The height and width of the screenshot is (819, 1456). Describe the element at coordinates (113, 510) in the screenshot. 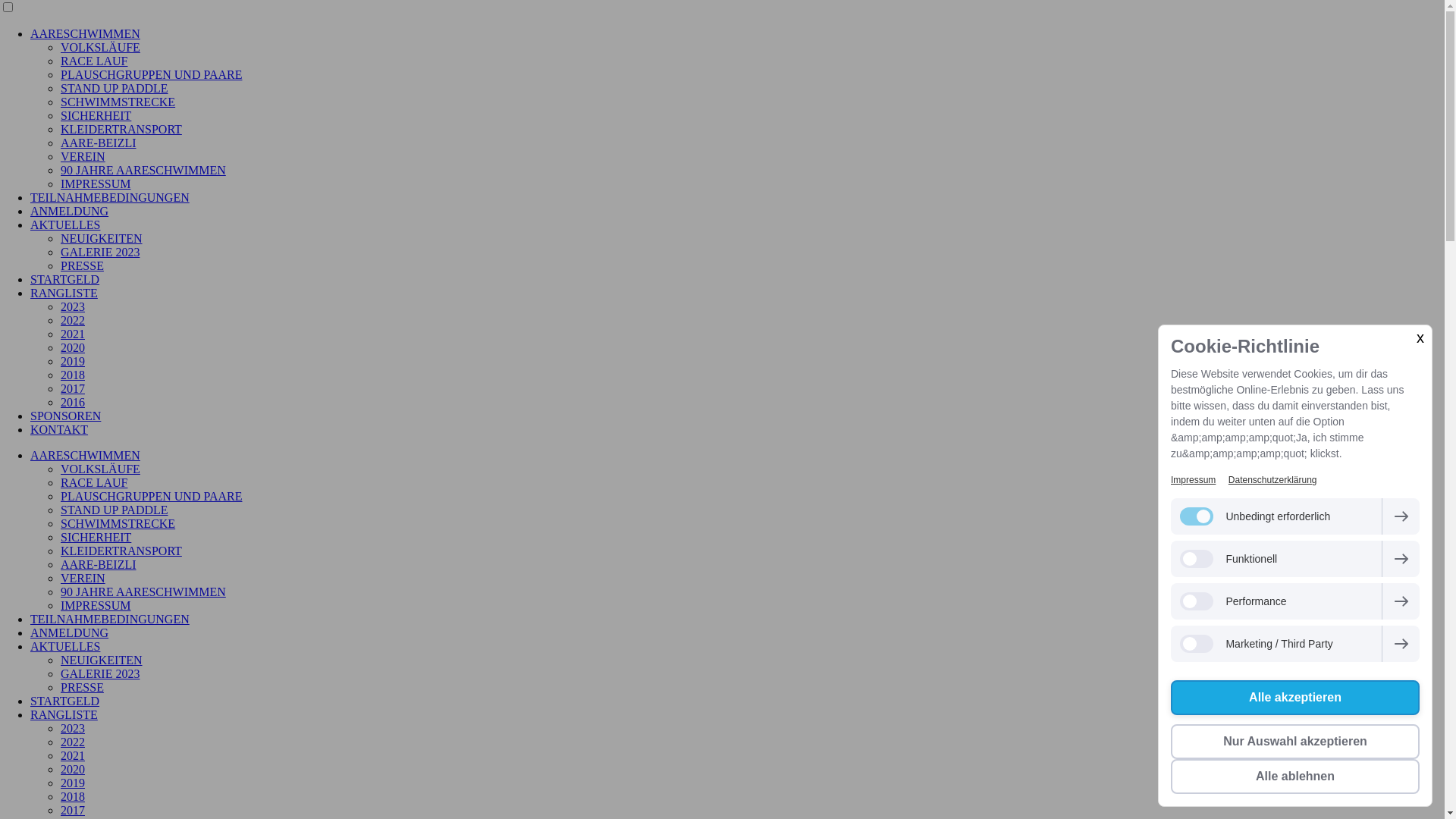

I see `'STAND UP PADDLE'` at that location.